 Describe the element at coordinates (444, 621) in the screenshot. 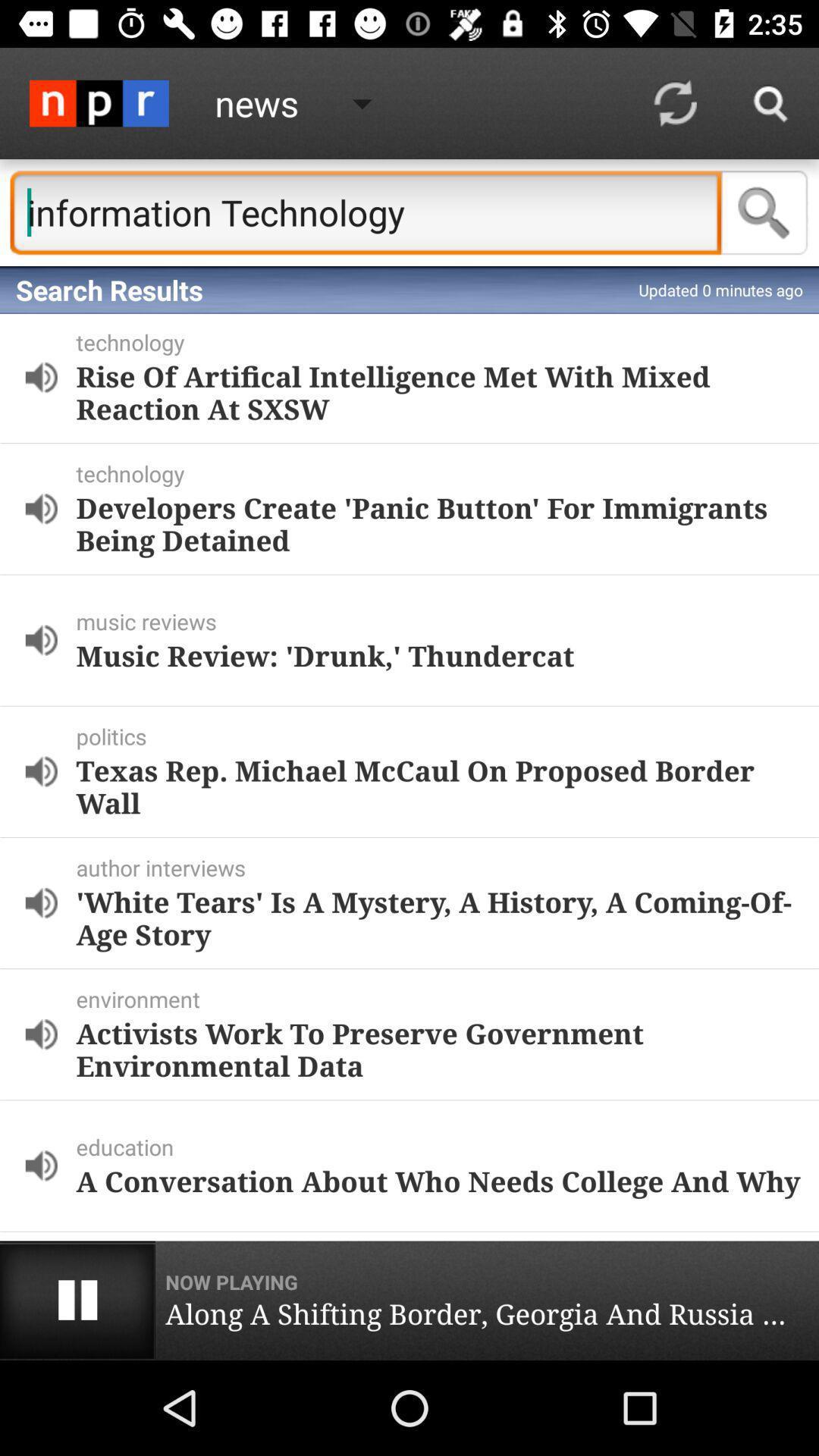

I see `the music reviews icon` at that location.